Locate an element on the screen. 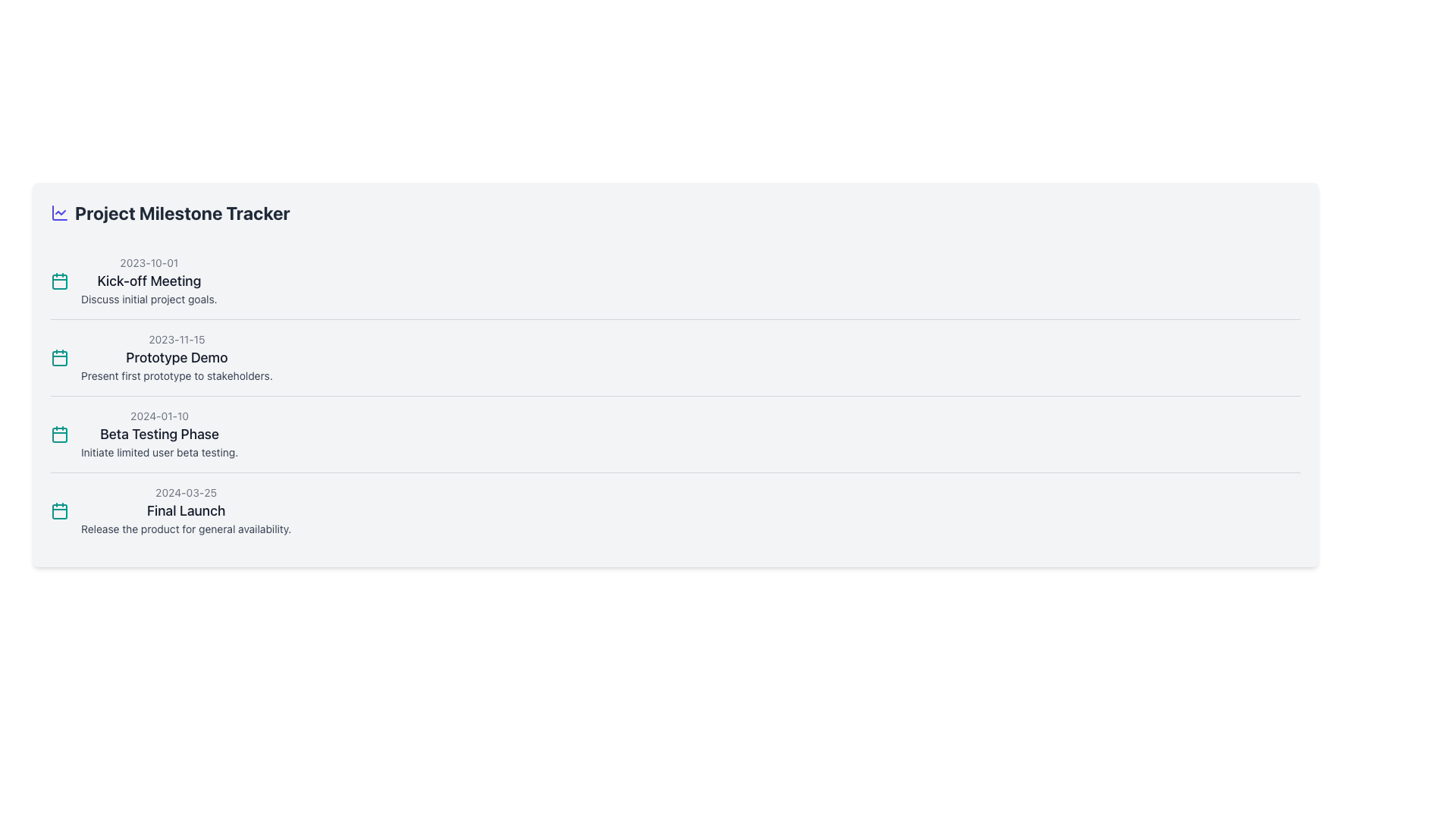 The height and width of the screenshot is (819, 1456). text label representing the title of the milestone or event in the tracker, located below the date '2024-03-25' and above the description 'Release the product for general availability.' is located at coordinates (185, 511).